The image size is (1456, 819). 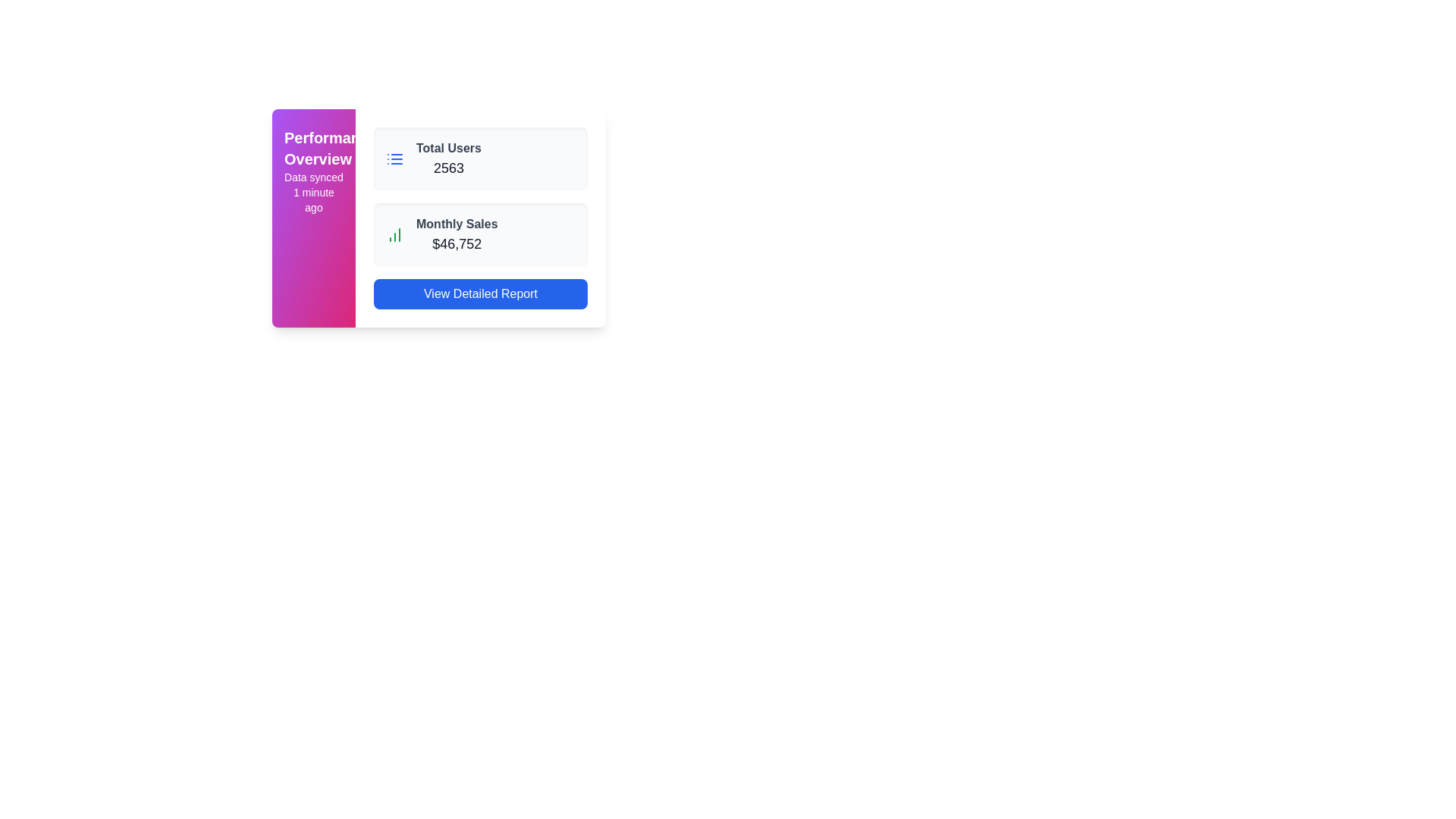 What do you see at coordinates (395, 158) in the screenshot?
I see `the 'Total Users' icon located in the top-left corner of the card layout, adjacent to the 'Total Users' text` at bounding box center [395, 158].